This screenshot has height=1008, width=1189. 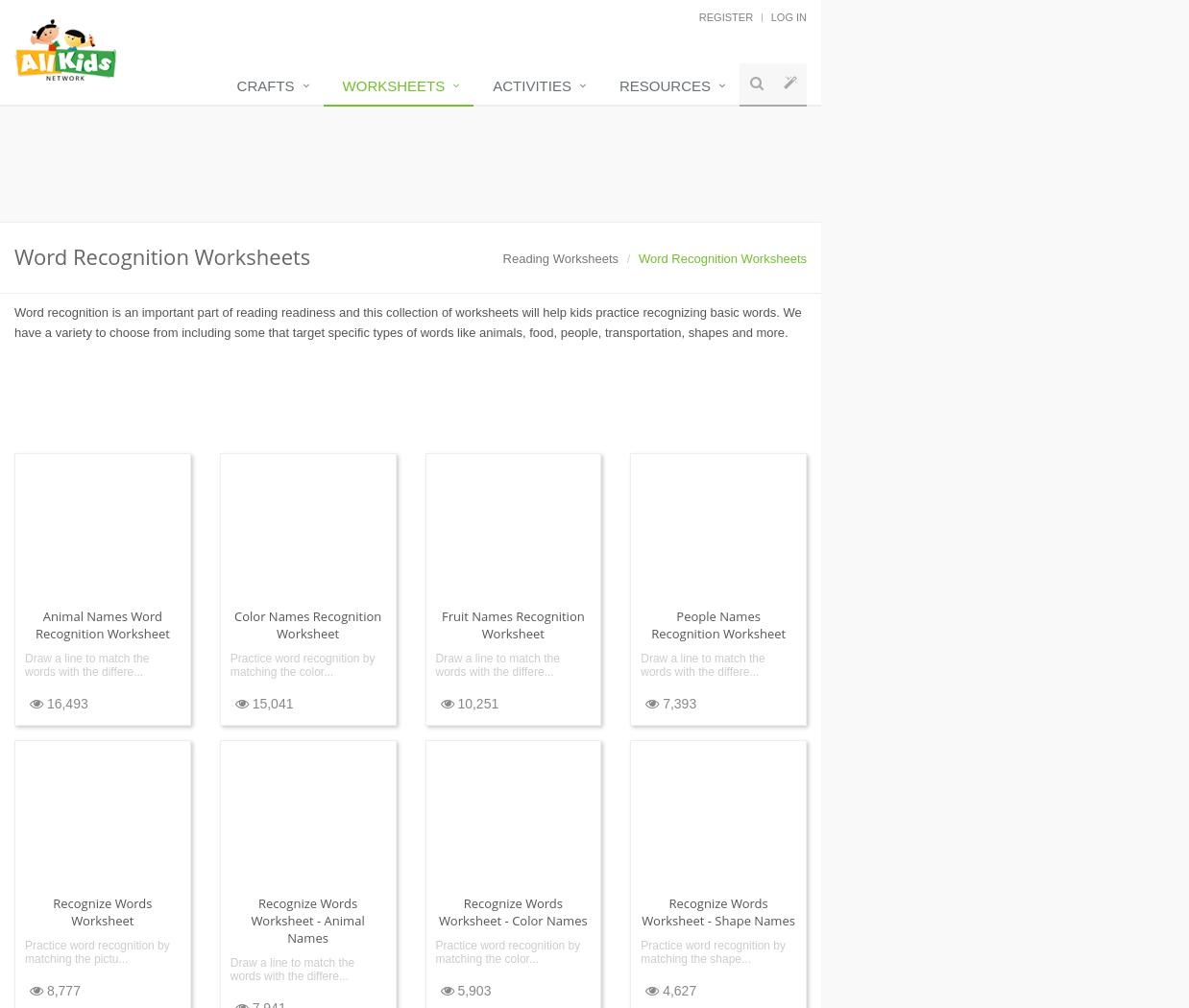 What do you see at coordinates (560, 257) in the screenshot?
I see `'Reading Worksheets'` at bounding box center [560, 257].